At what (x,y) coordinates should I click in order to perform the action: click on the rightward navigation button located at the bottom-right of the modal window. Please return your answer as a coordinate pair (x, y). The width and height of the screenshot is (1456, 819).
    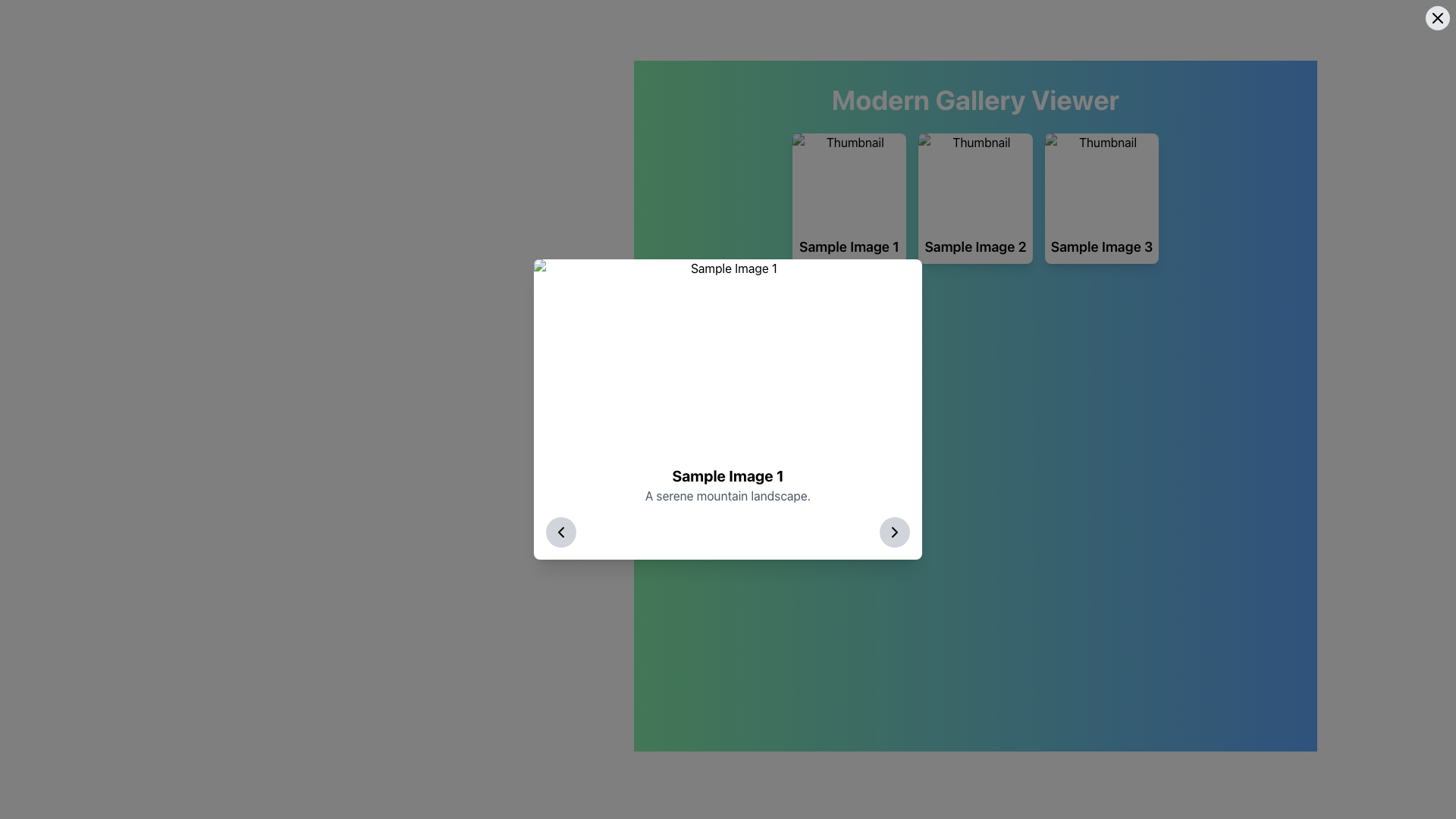
    Looking at the image, I should click on (895, 532).